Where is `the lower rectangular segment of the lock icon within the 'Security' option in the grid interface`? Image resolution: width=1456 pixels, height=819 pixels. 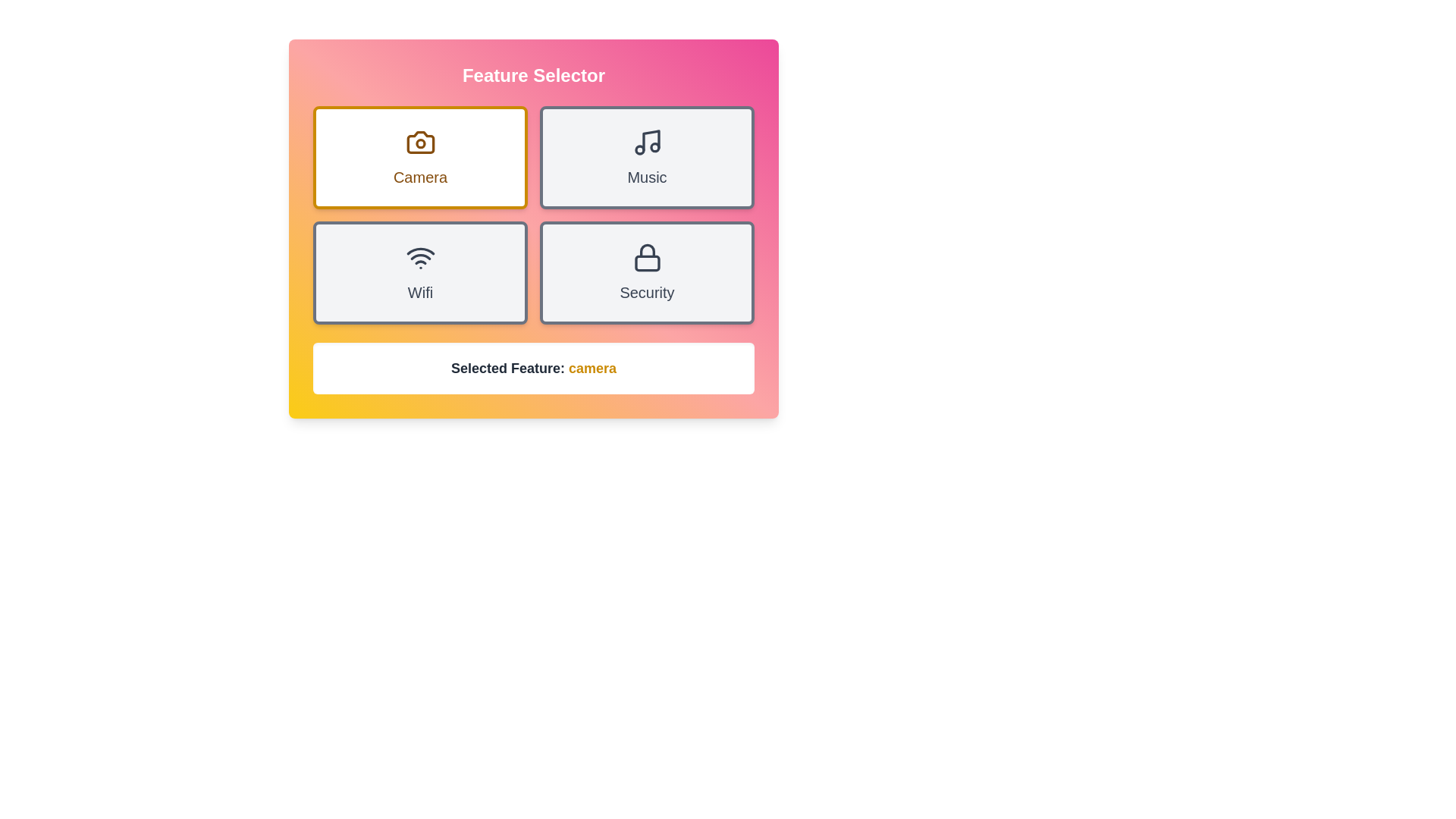 the lower rectangular segment of the lock icon within the 'Security' option in the grid interface is located at coordinates (647, 262).